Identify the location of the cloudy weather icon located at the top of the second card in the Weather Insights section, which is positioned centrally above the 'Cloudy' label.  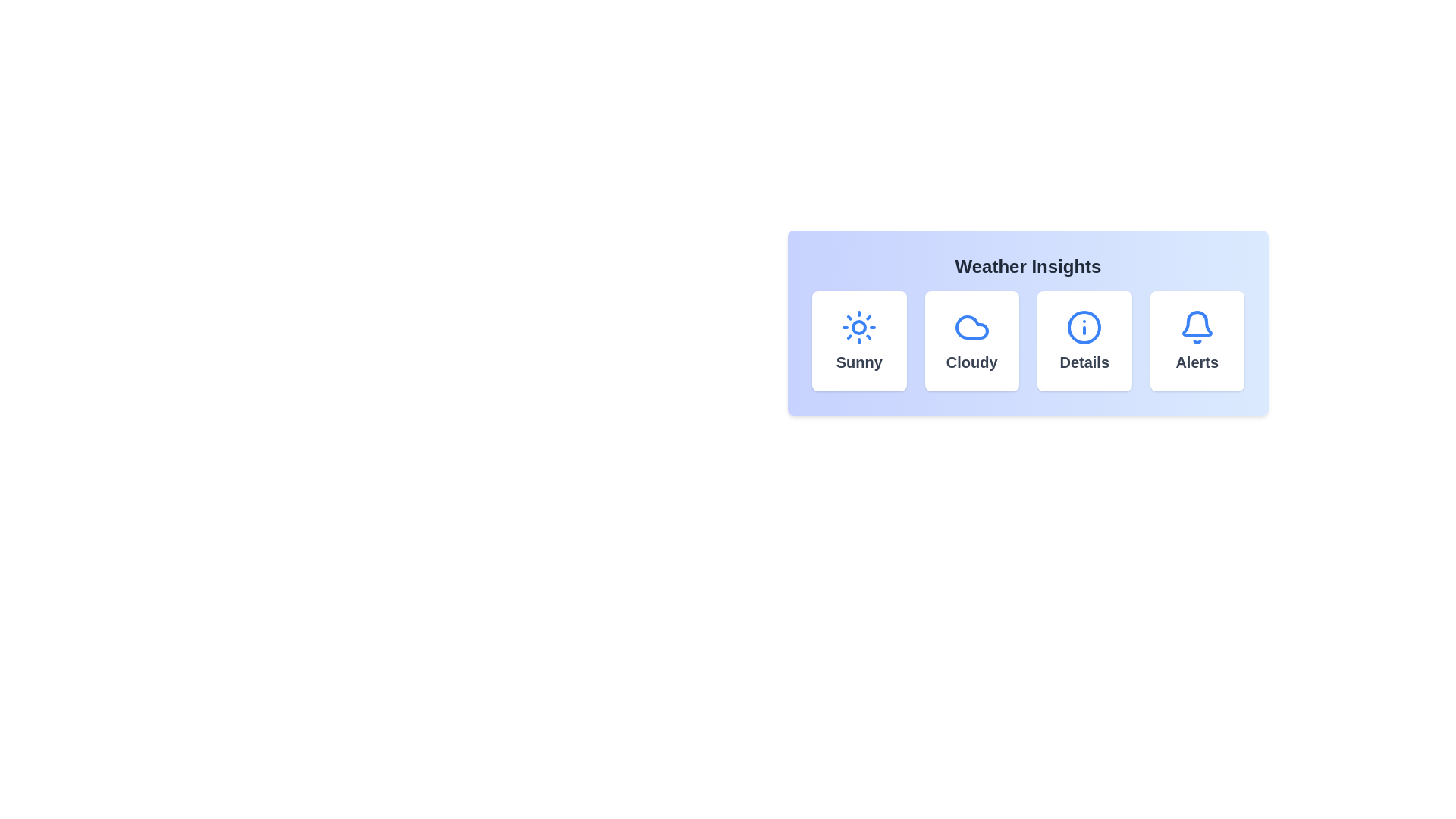
(971, 327).